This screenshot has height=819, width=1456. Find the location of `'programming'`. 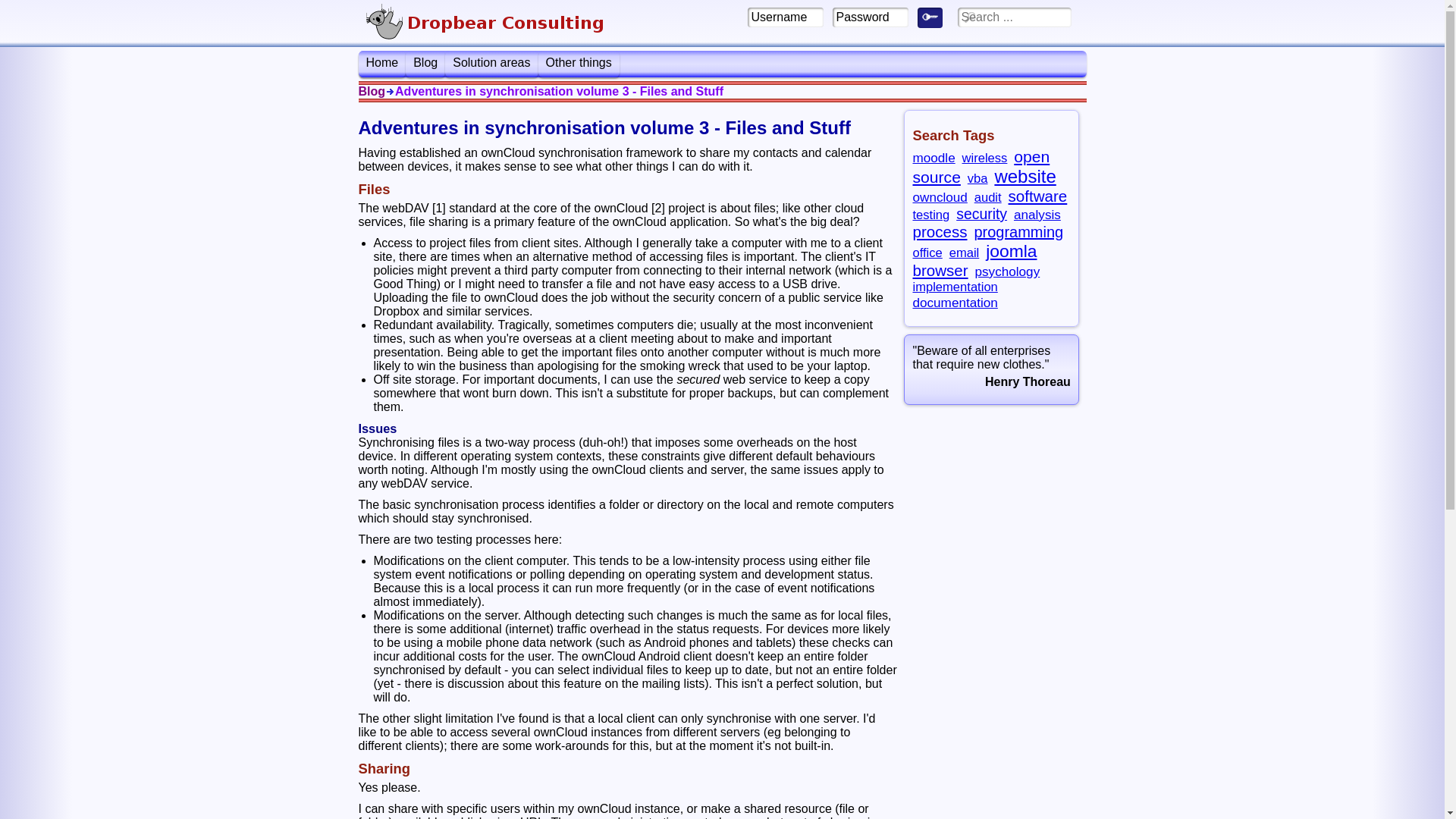

'programming' is located at coordinates (1018, 231).